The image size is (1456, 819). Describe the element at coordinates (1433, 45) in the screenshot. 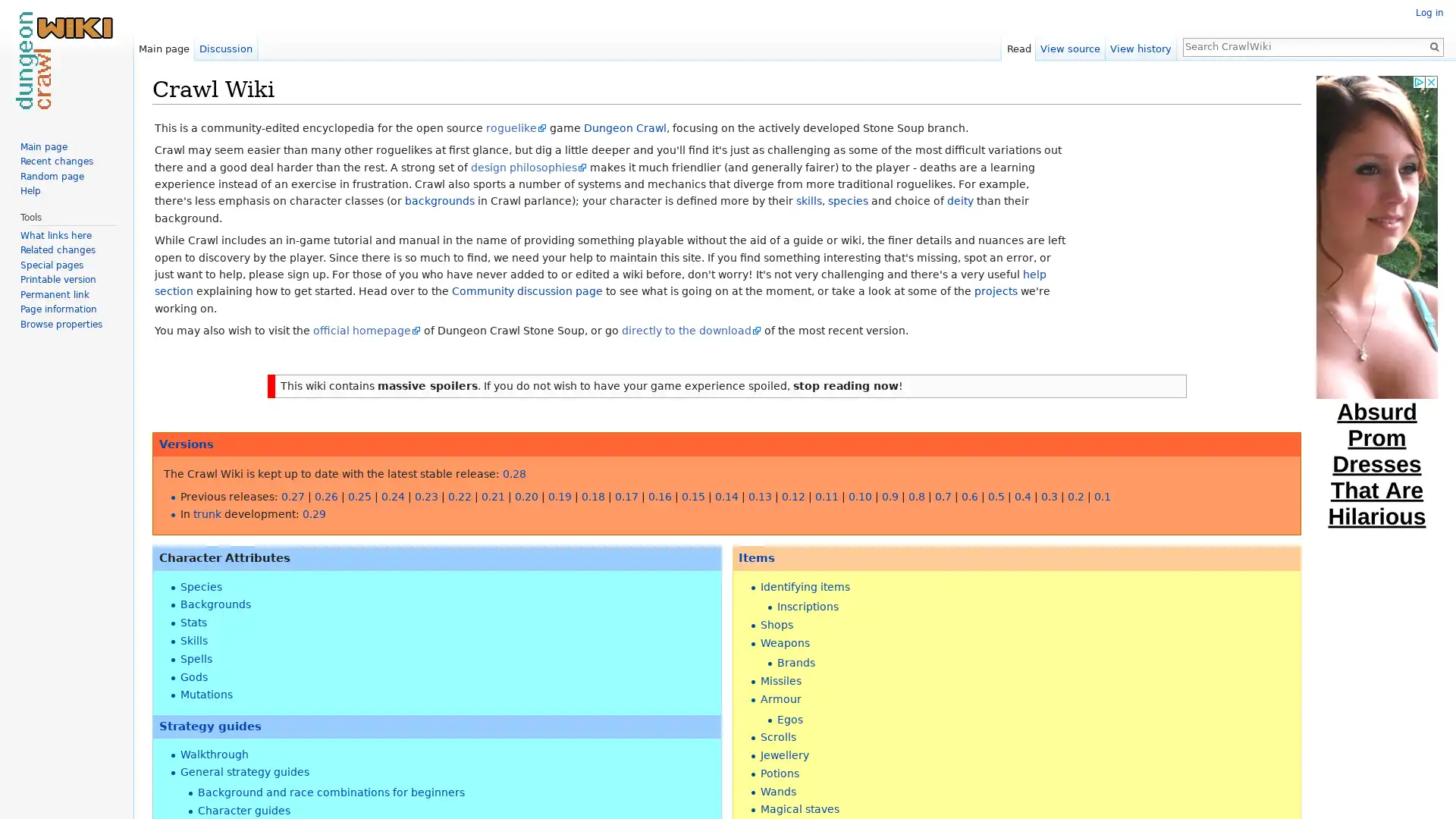

I see `Go` at that location.